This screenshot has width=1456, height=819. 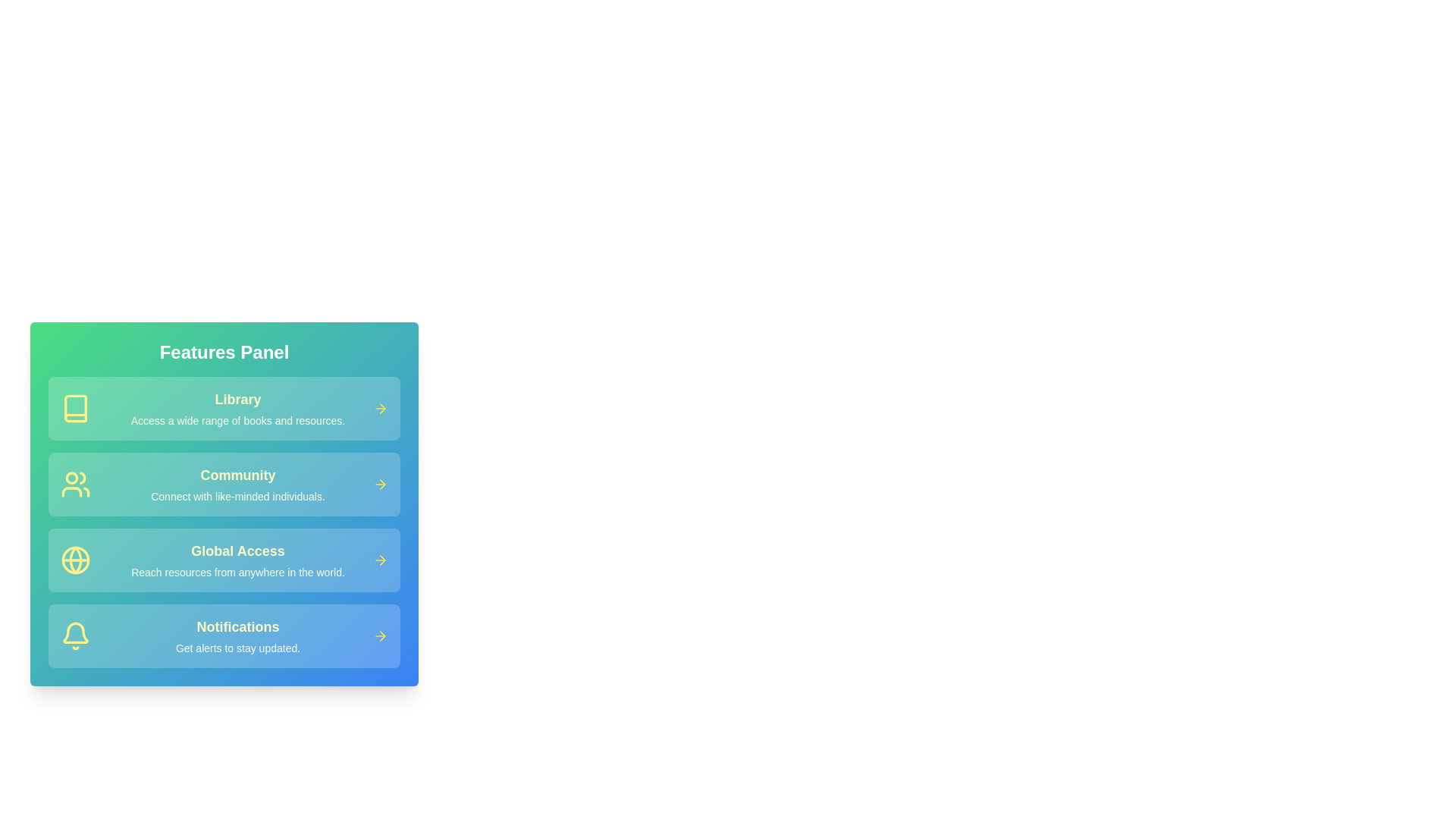 What do you see at coordinates (224, 485) in the screenshot?
I see `the feature card for Community` at bounding box center [224, 485].